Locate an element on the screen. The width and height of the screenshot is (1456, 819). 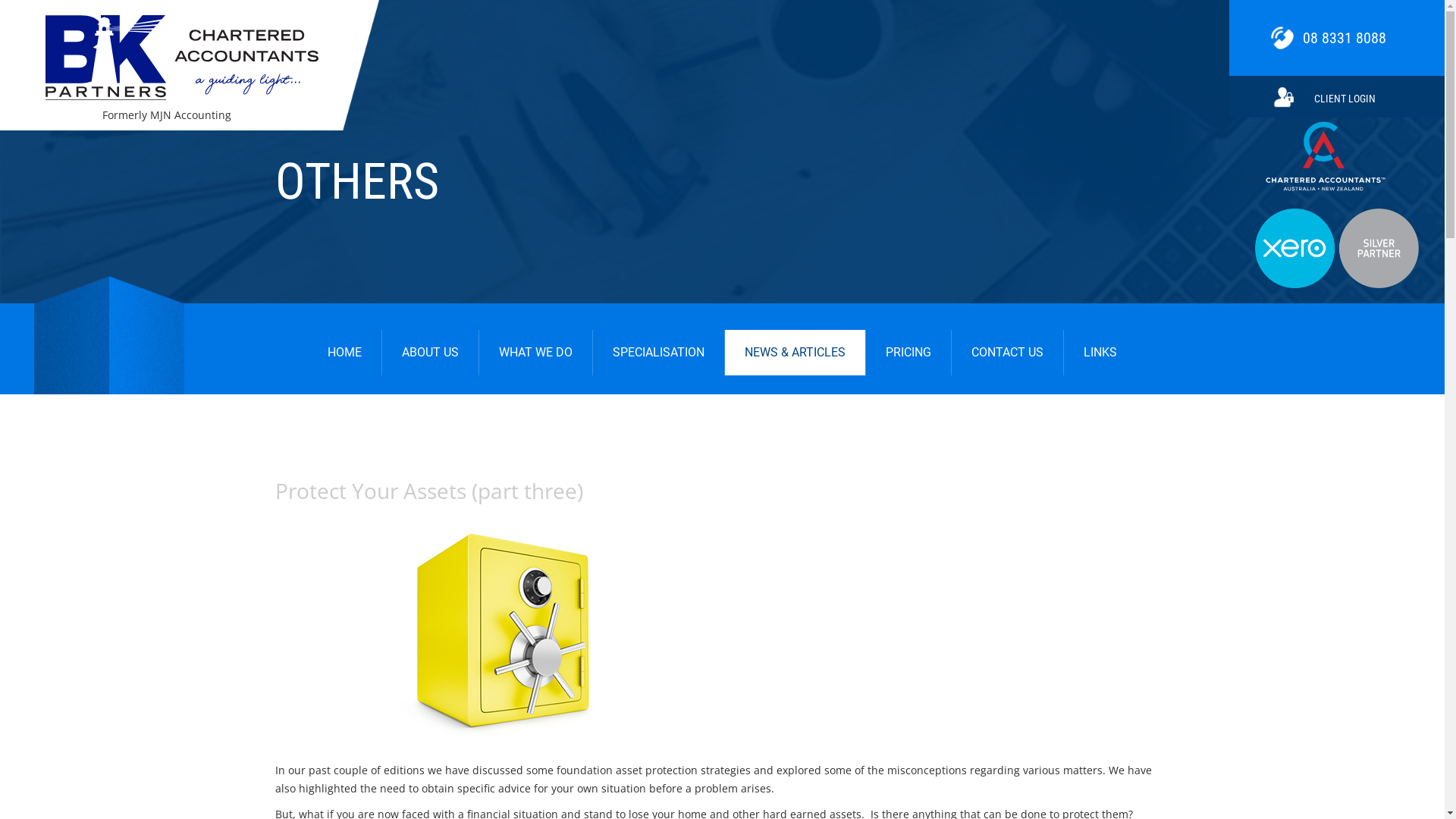
'LINKS' is located at coordinates (1100, 353).